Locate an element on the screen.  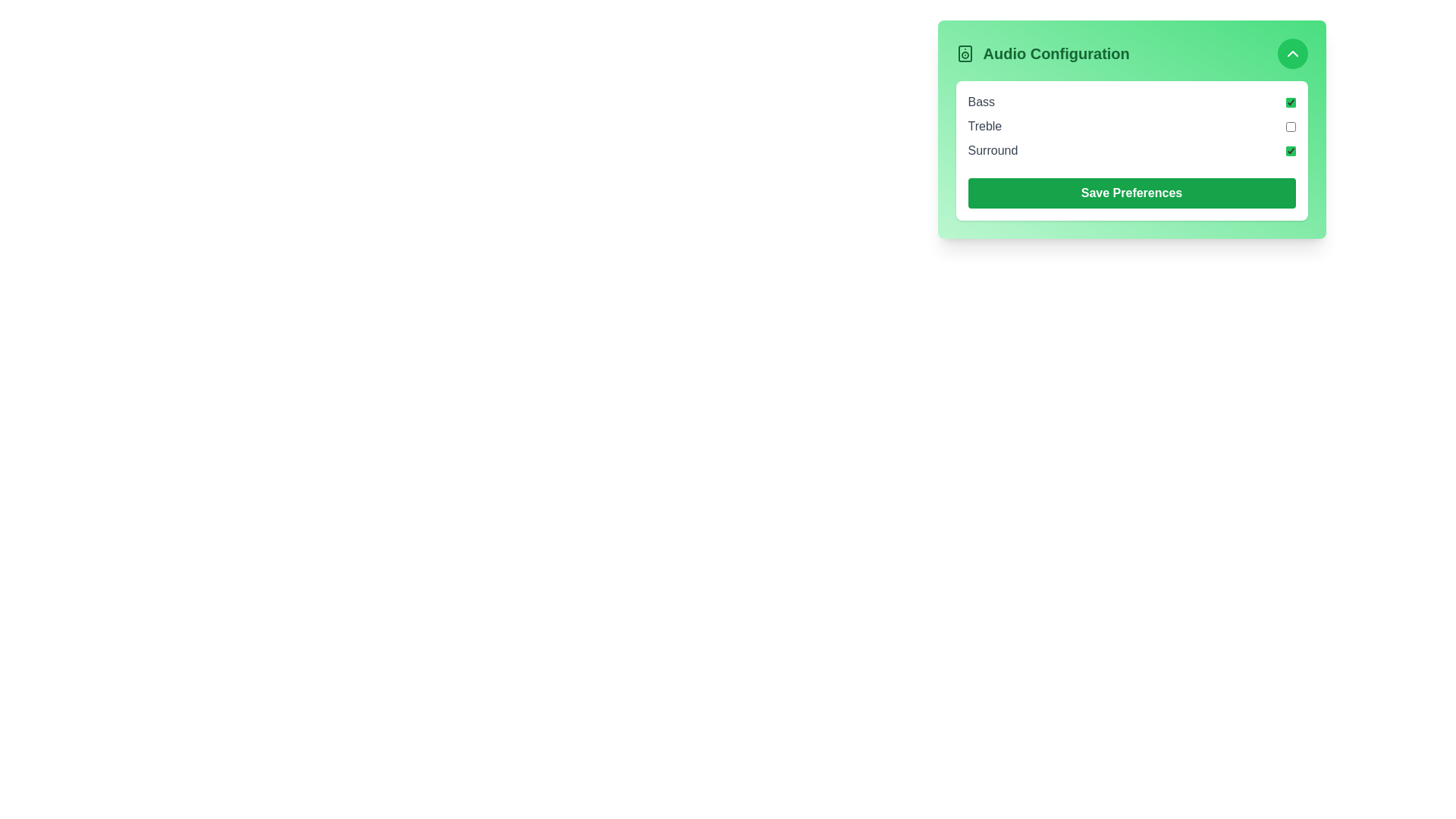
the green rectangular 'Save Preferences' button with rounded corners is located at coordinates (1131, 192).